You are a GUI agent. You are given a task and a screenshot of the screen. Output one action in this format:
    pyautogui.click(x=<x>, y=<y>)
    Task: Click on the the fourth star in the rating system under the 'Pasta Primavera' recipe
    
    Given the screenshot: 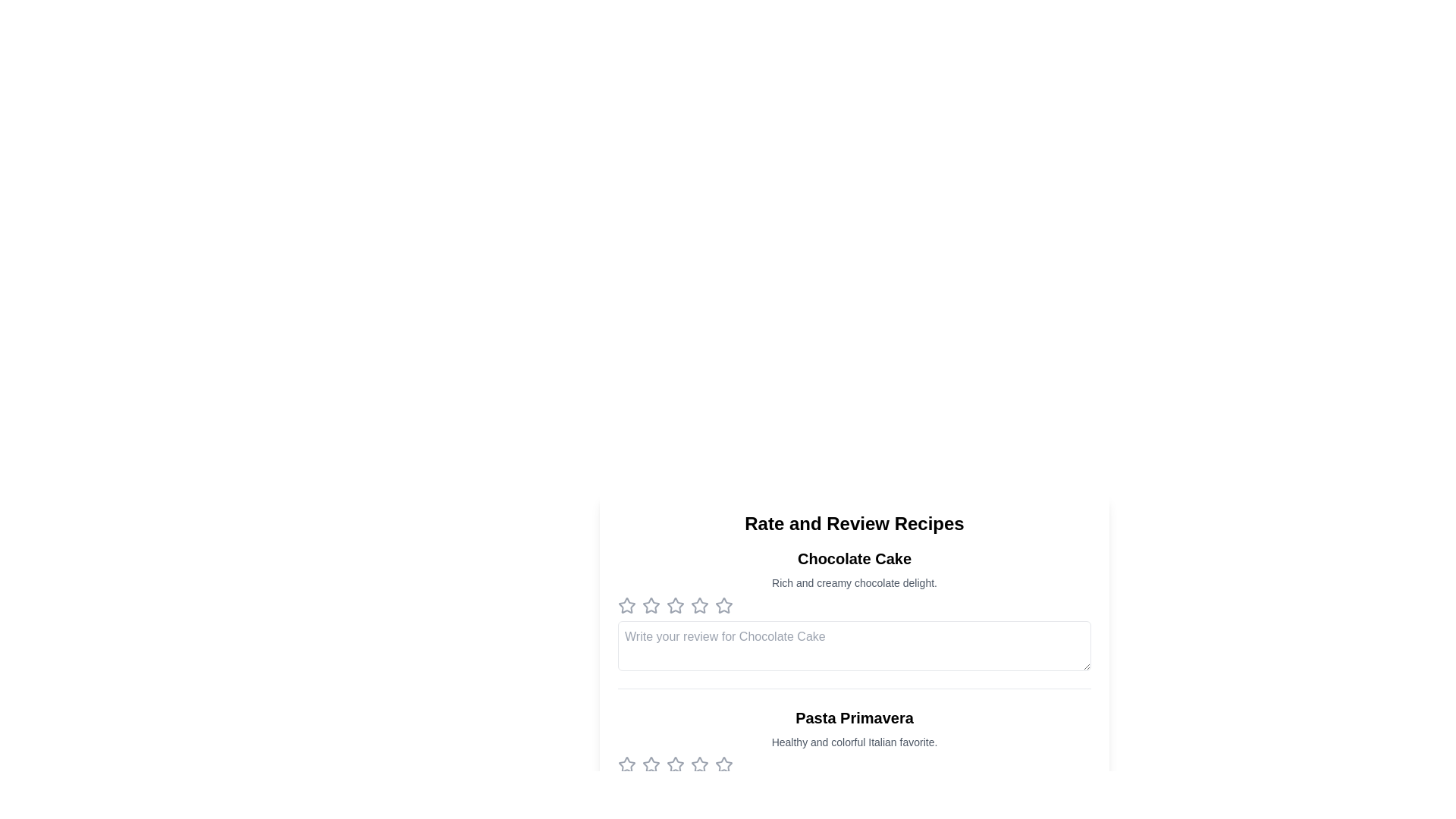 What is the action you would take?
    pyautogui.click(x=698, y=764)
    